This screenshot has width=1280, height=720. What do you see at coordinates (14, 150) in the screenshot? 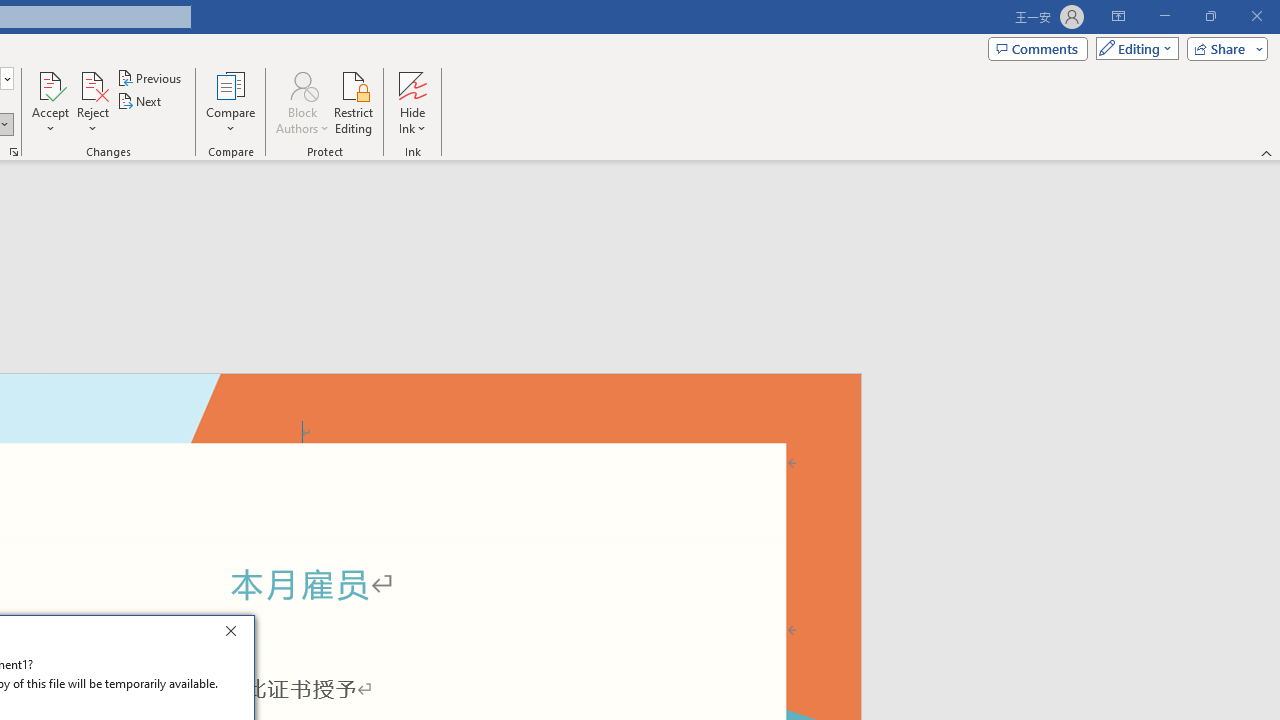
I see `'Change Tracking Options...'` at bounding box center [14, 150].